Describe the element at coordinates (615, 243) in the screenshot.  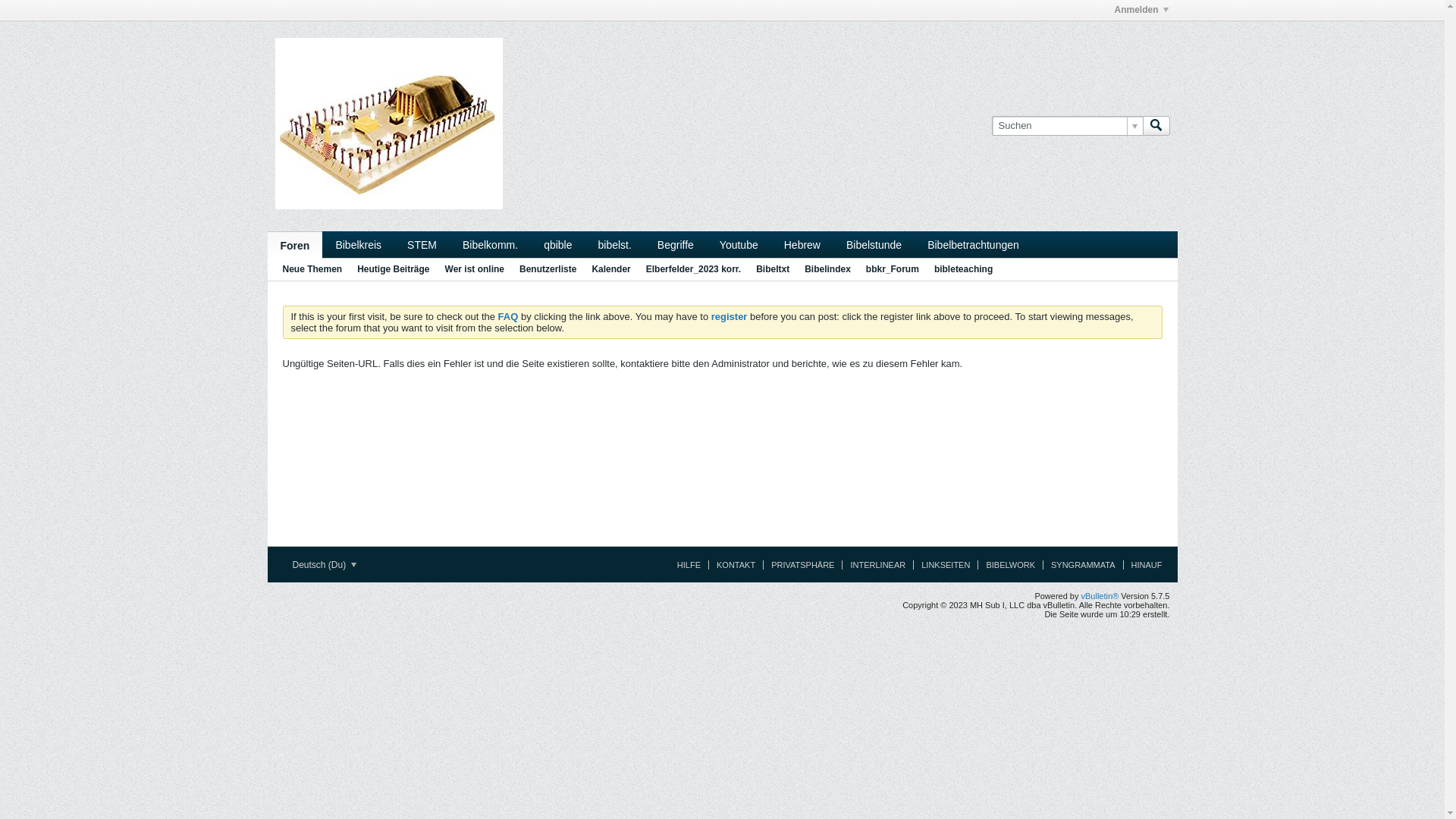
I see `'bibelst.'` at that location.